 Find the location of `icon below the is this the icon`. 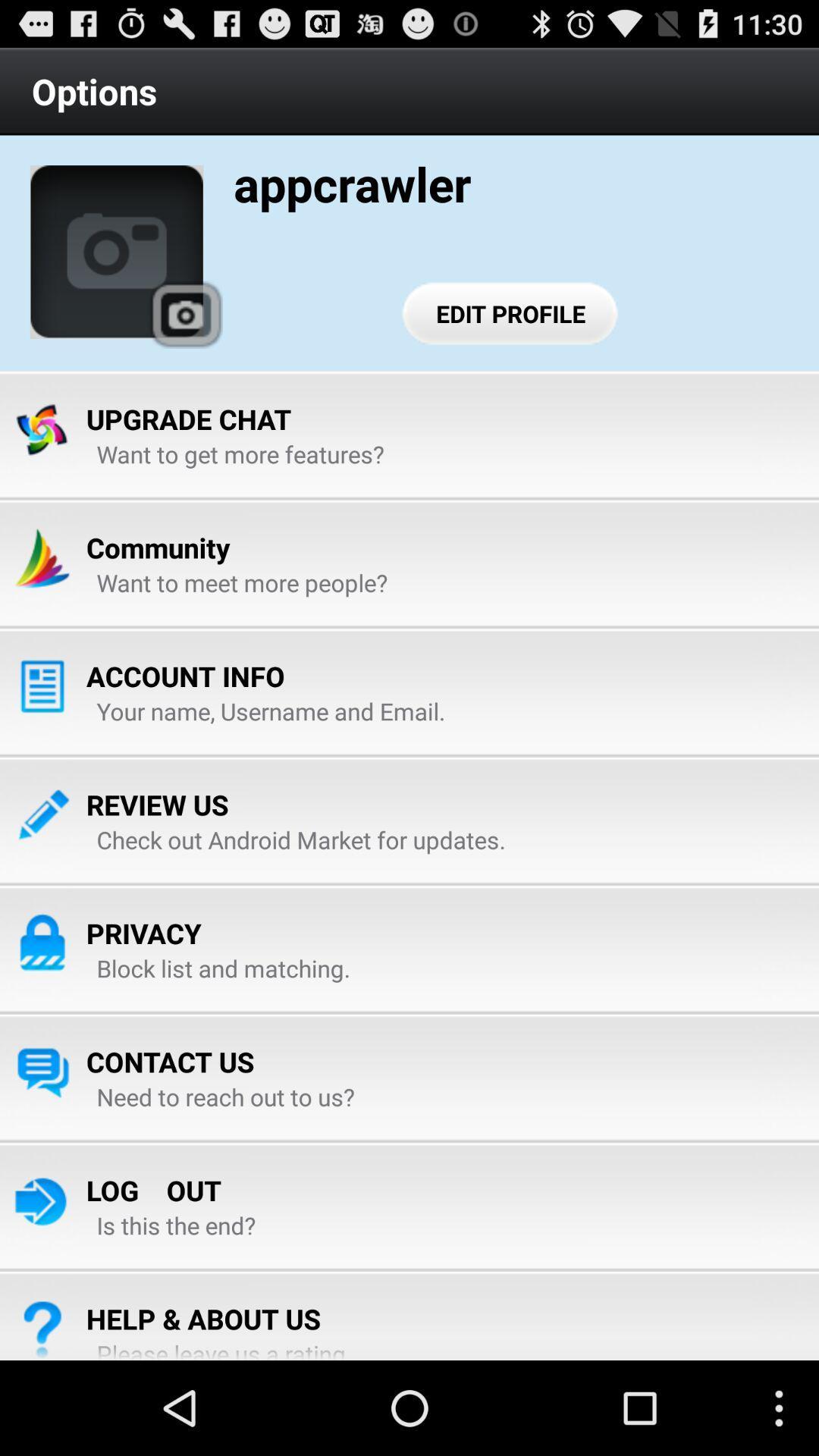

icon below the is this the icon is located at coordinates (202, 1318).